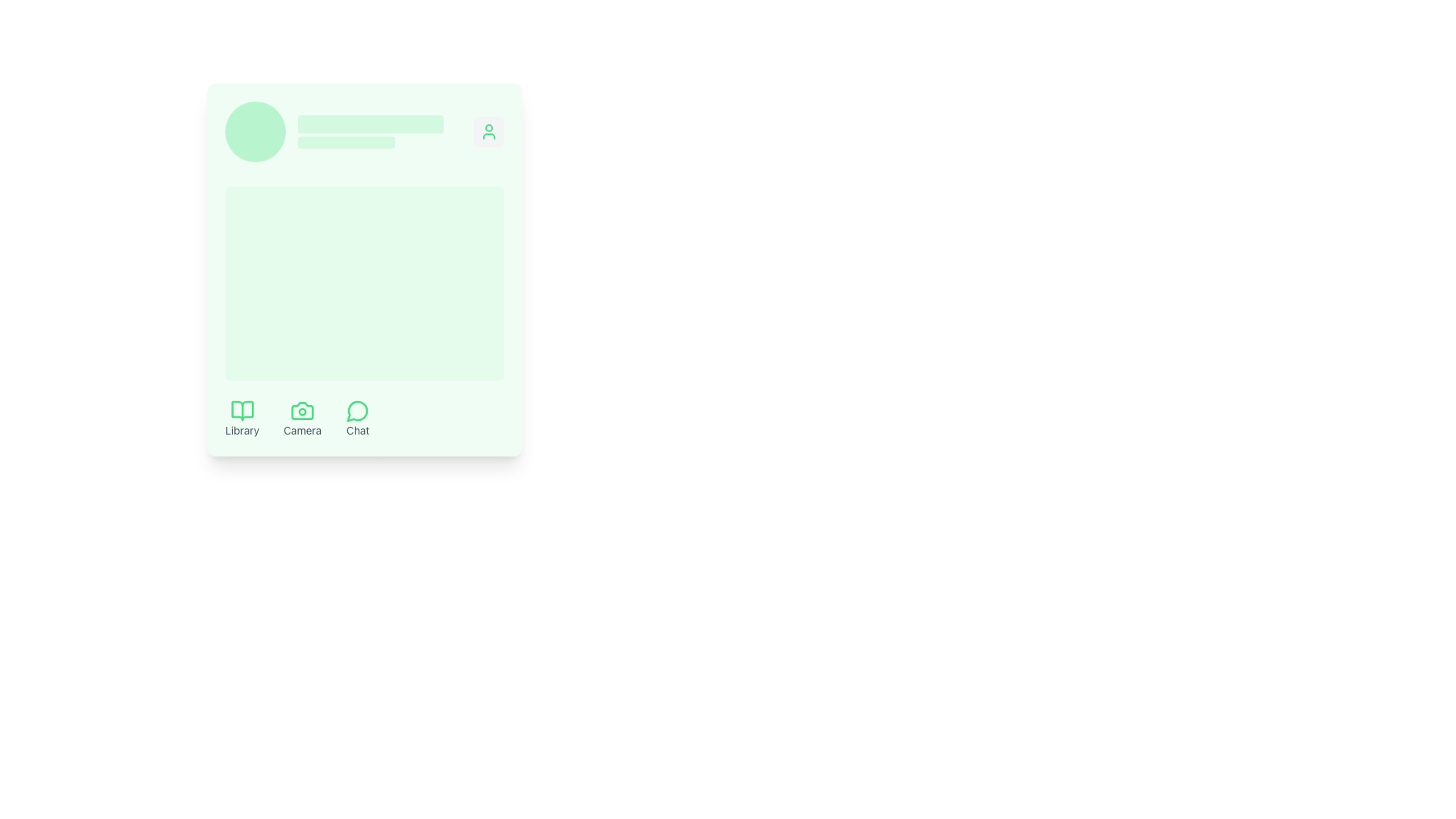  I want to click on the 'Camera' icon in the navigation bar, so click(297, 418).